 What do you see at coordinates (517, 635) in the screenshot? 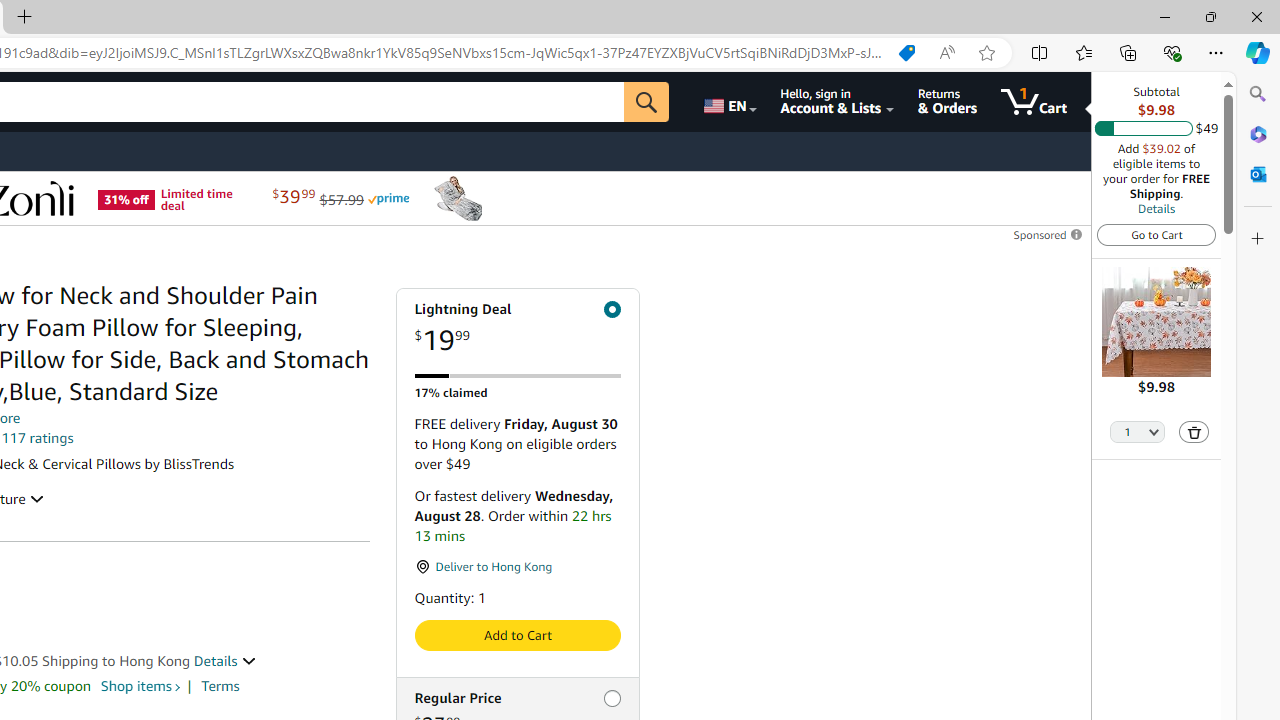
I see `'Add to Cart'` at bounding box center [517, 635].